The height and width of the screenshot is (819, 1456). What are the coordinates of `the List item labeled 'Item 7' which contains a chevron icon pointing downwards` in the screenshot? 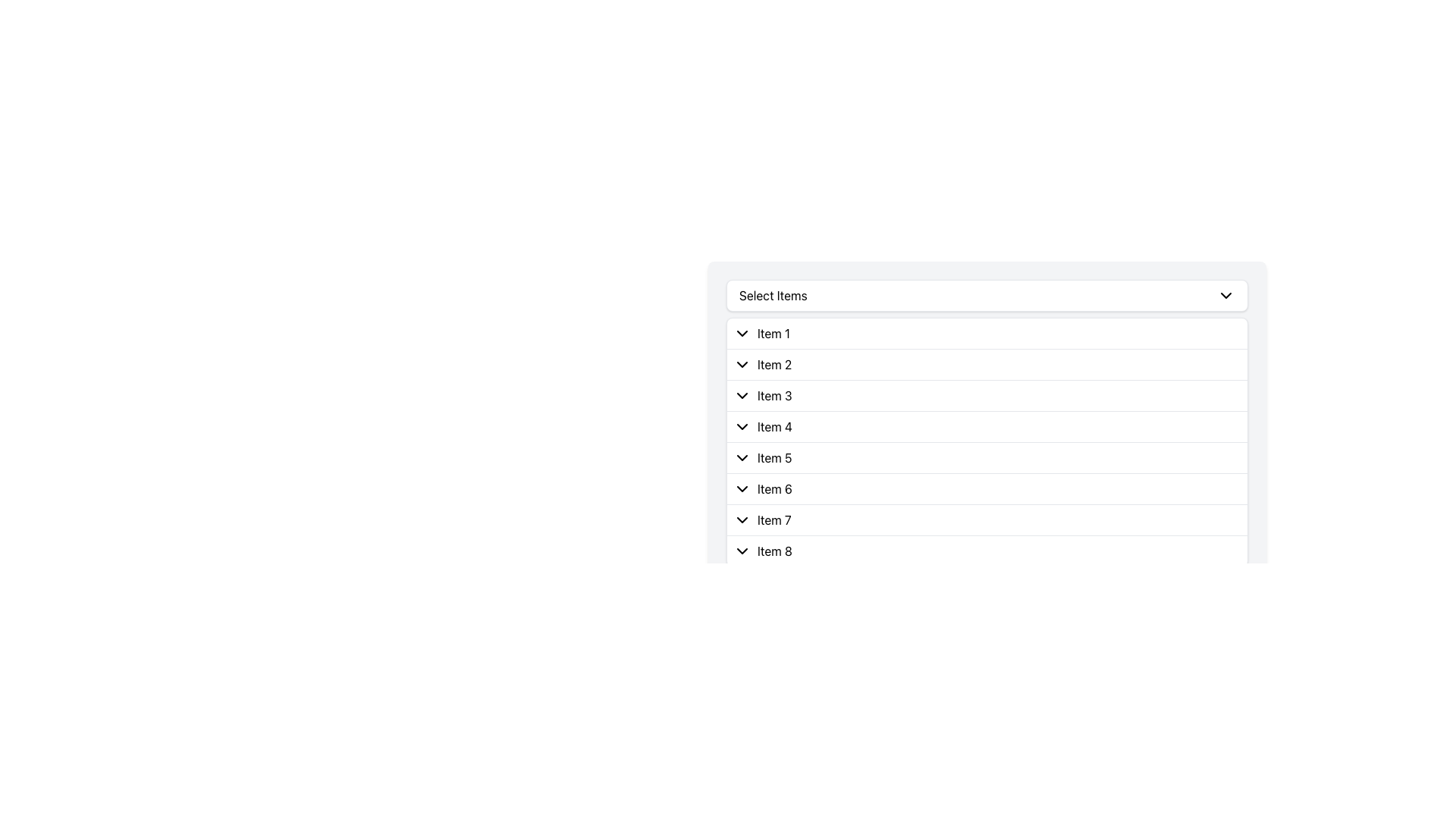 It's located at (762, 519).